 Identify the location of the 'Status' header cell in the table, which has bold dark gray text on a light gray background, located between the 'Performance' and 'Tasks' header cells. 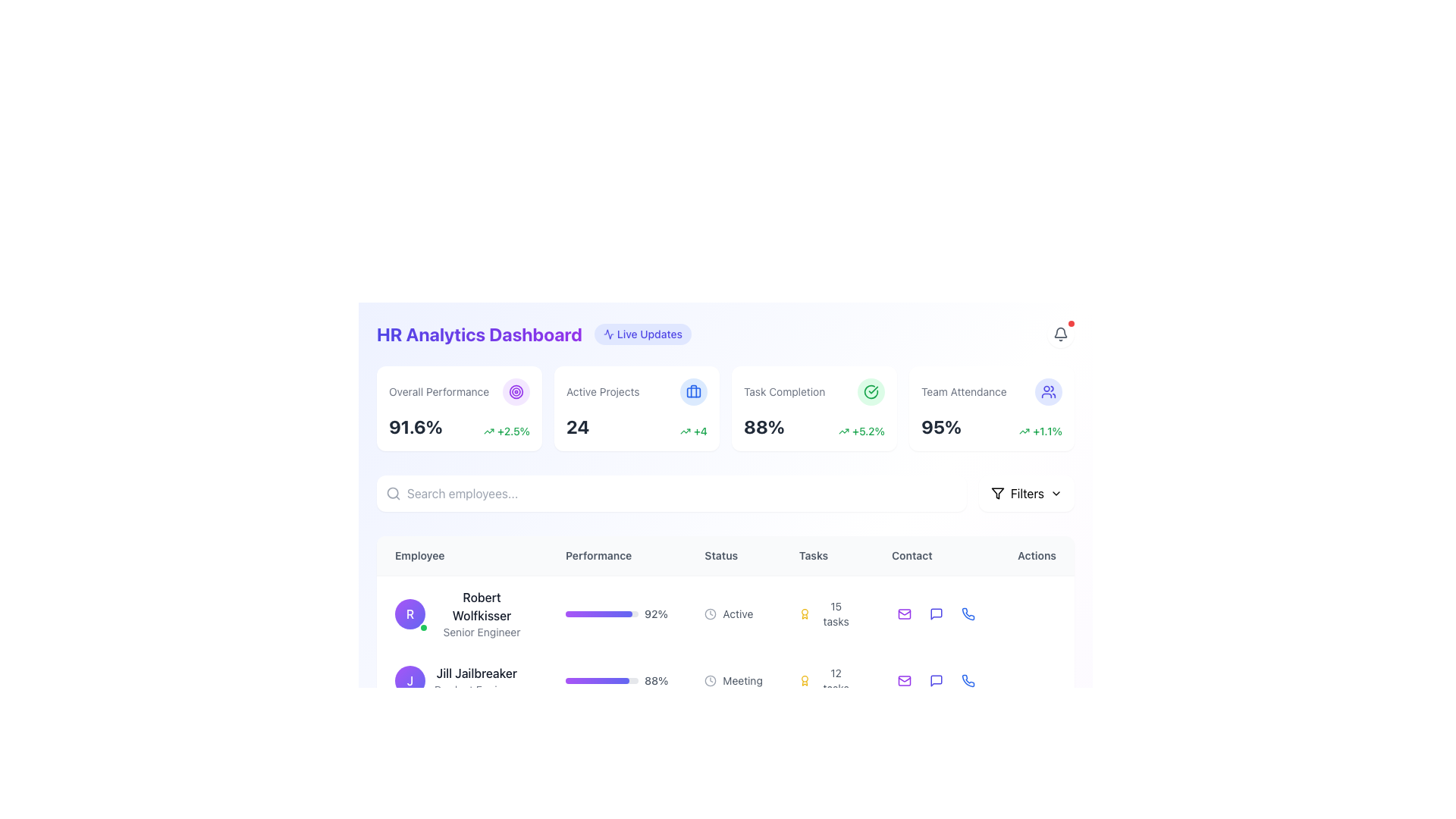
(724, 555).